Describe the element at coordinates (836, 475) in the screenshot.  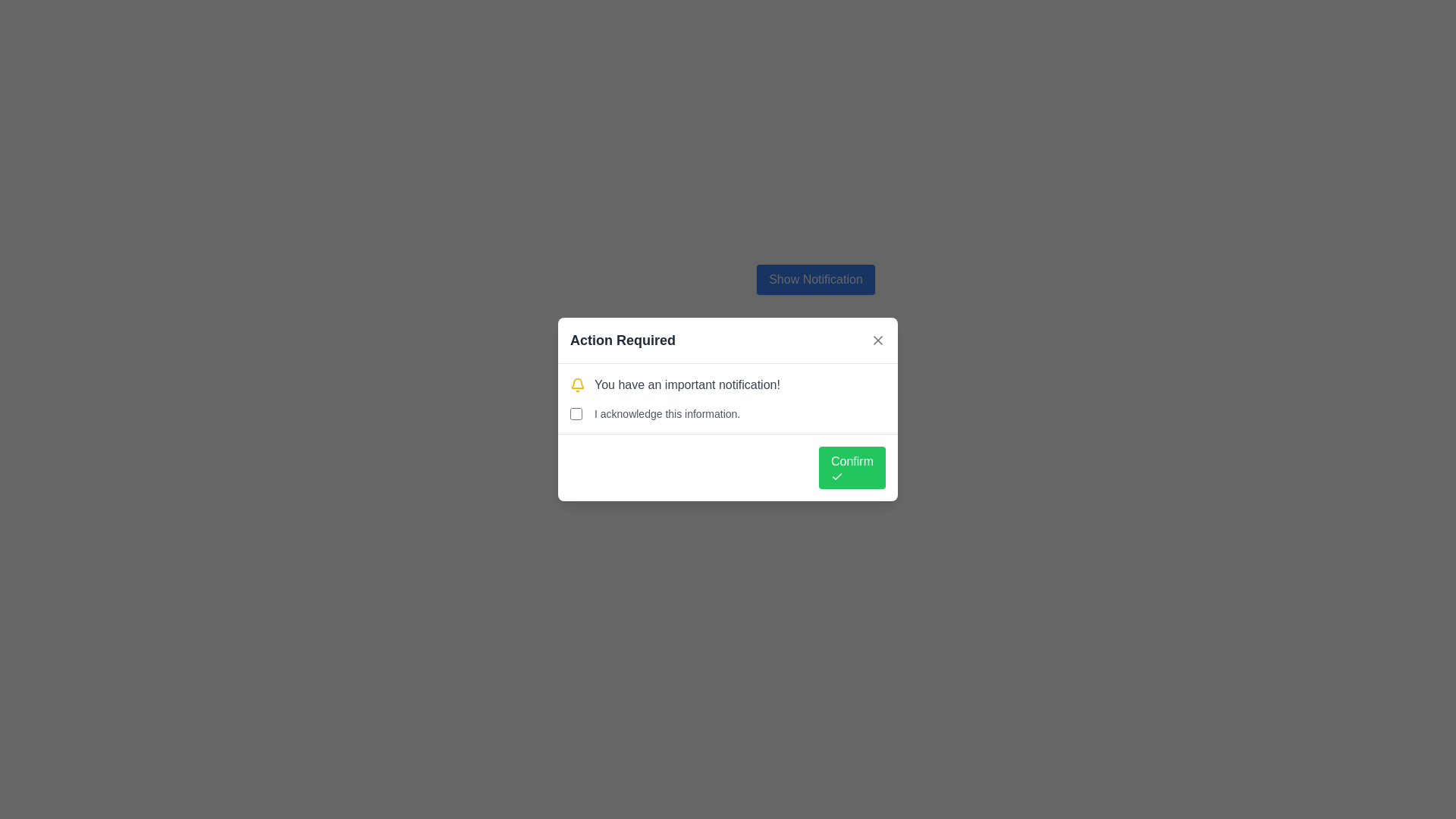
I see `the presence of the Decorative icon located within the green 'Confirm' button at the bottom-right corner of the modal dialog titled 'Action Required'` at that location.